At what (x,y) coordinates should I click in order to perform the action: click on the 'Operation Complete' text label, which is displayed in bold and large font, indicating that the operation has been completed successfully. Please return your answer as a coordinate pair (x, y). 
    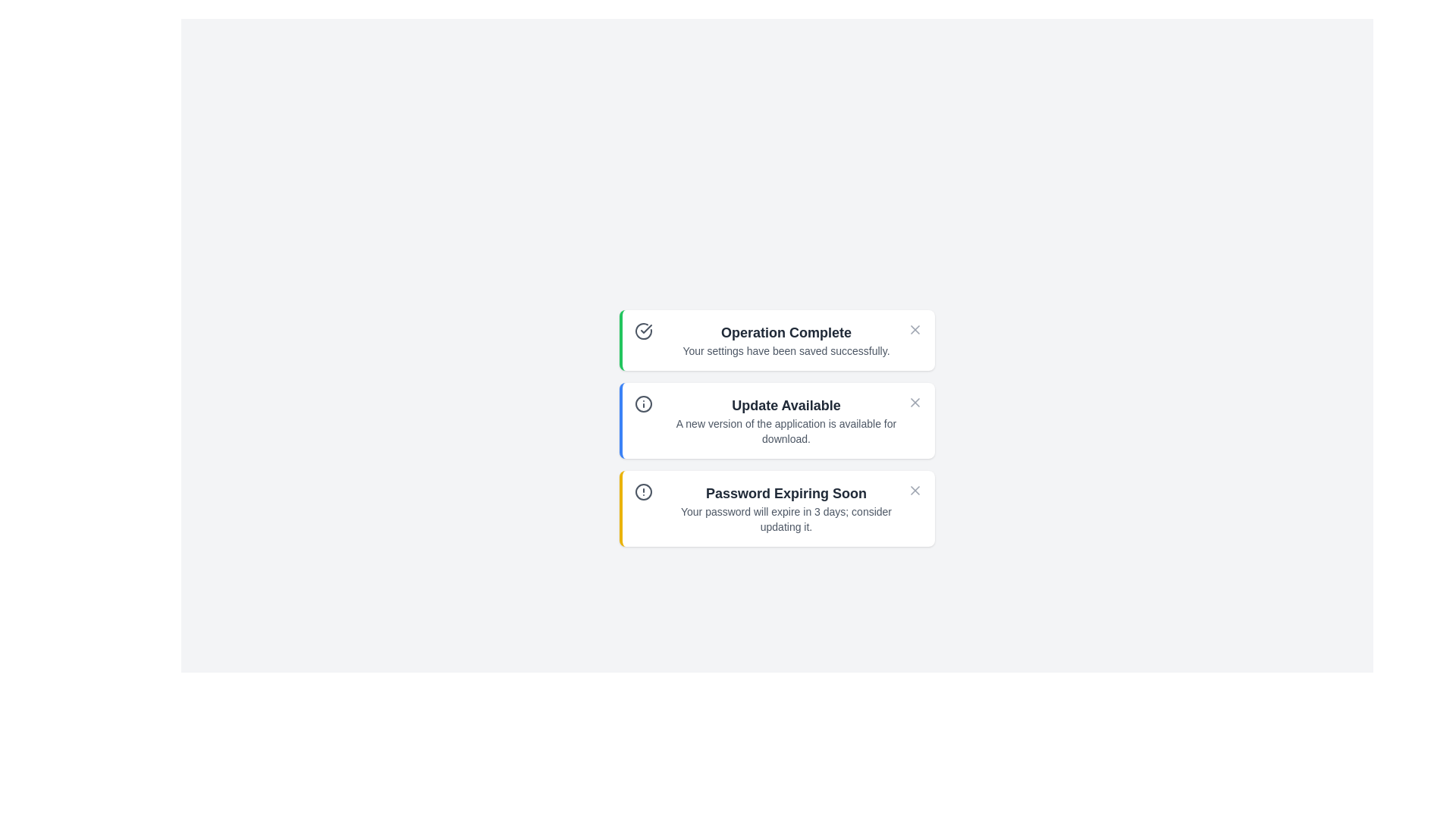
    Looking at the image, I should click on (786, 332).